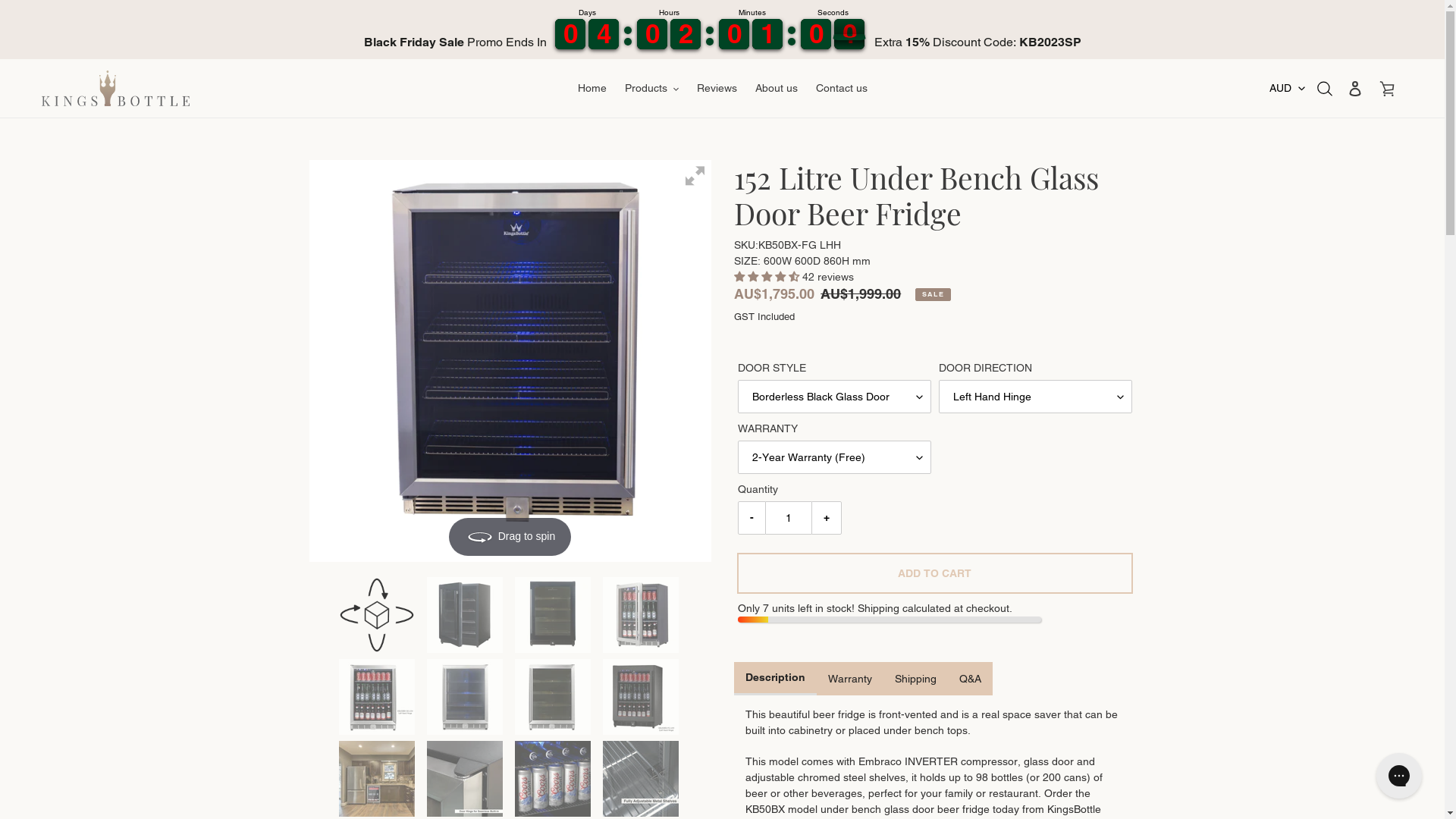 Image resolution: width=1456 pixels, height=819 pixels. Describe the element at coordinates (603, 34) in the screenshot. I see `'3` at that location.